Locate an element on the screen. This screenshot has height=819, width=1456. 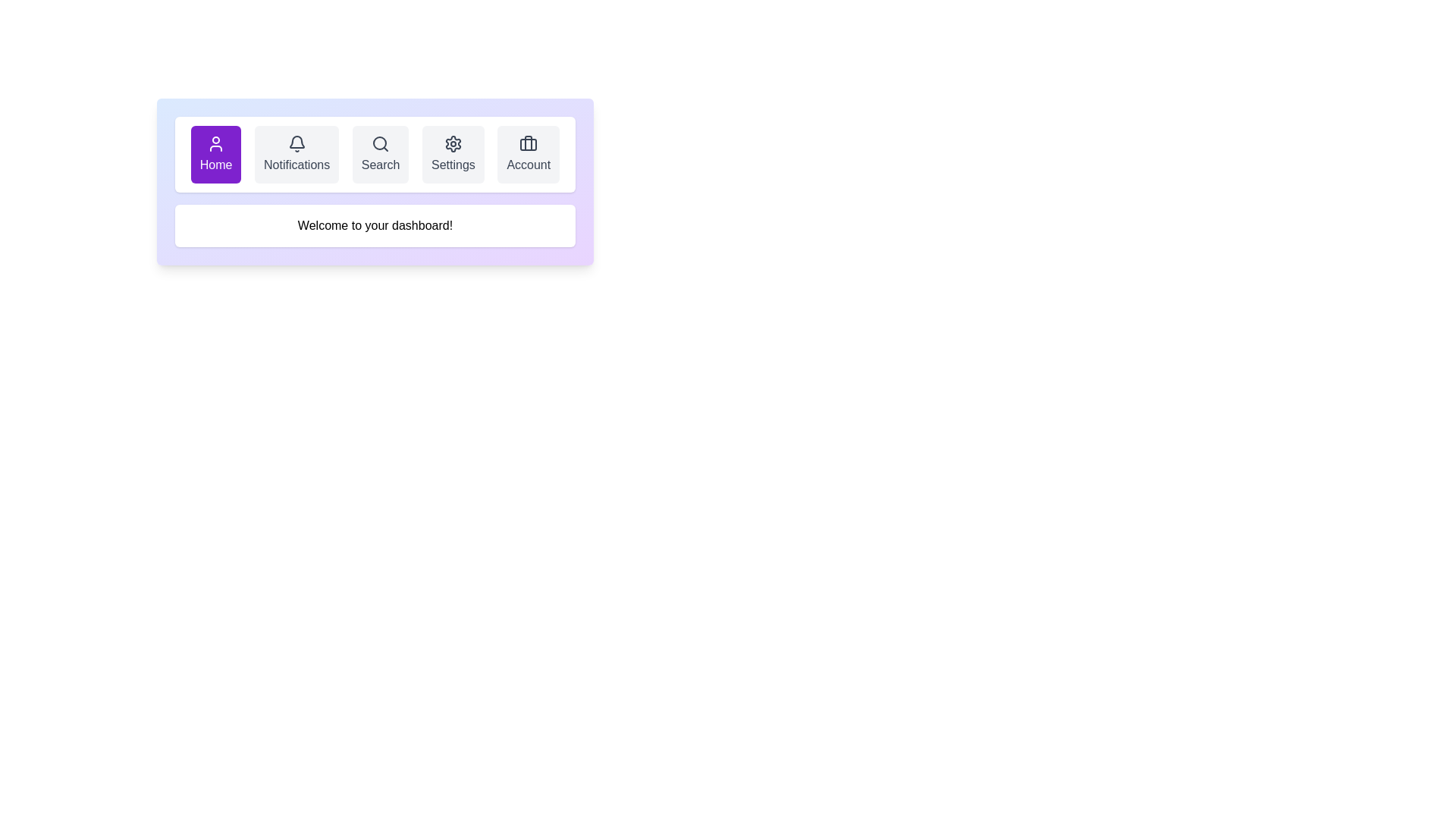
text of the 'Home' label displayed in white on a purple background, located at the bottom of the first navigation button in the menu bar is located at coordinates (215, 165).